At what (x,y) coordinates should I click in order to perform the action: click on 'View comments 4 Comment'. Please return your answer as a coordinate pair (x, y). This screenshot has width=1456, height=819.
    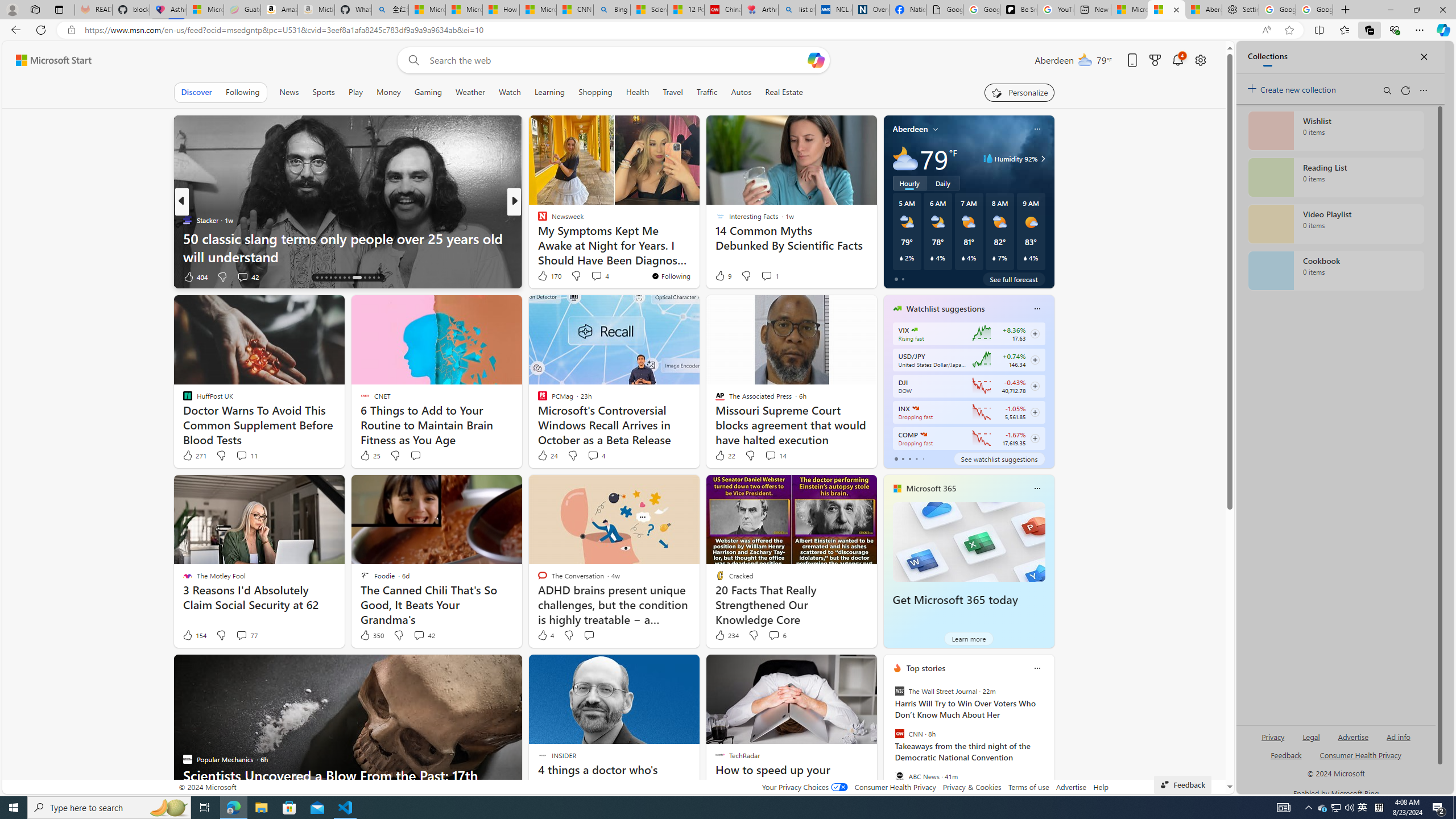
    Looking at the image, I should click on (591, 455).